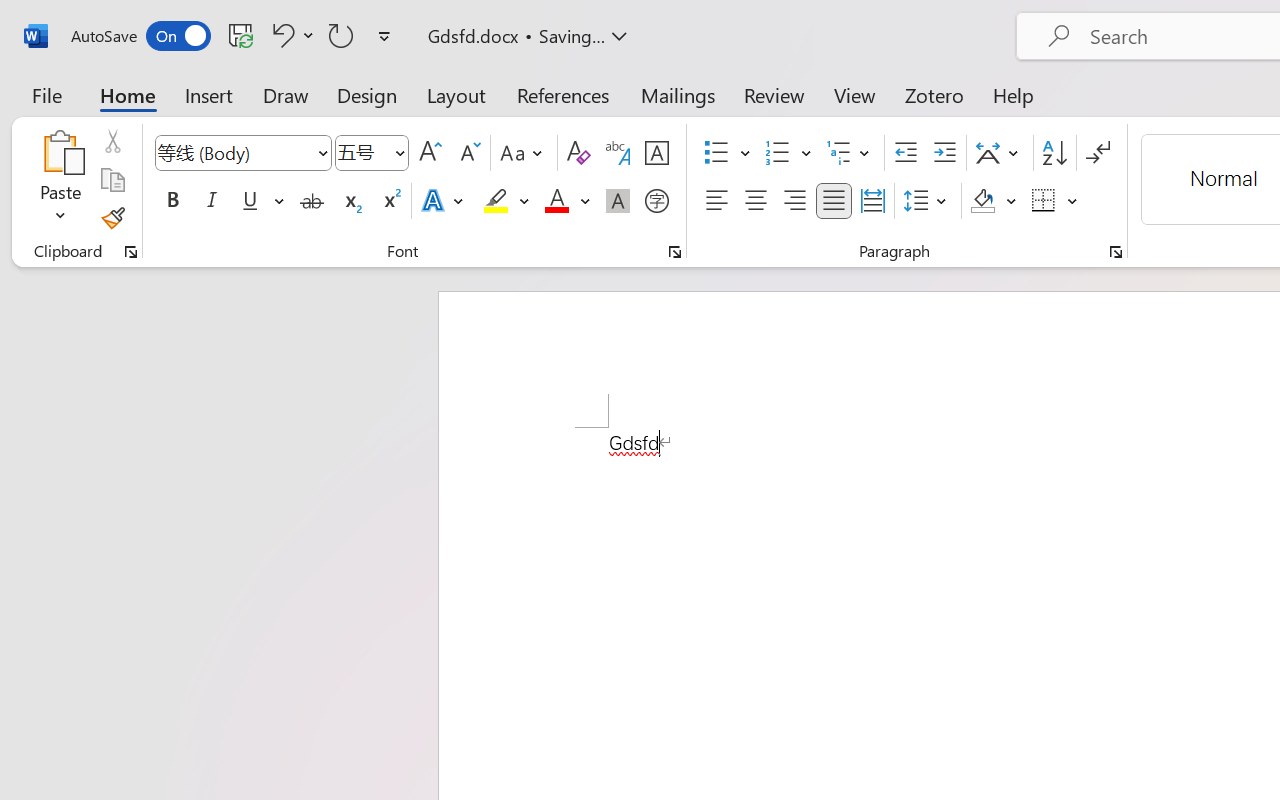 The width and height of the screenshot is (1280, 800). Describe the element at coordinates (656, 201) in the screenshot. I see `'Enclose Characters...'` at that location.